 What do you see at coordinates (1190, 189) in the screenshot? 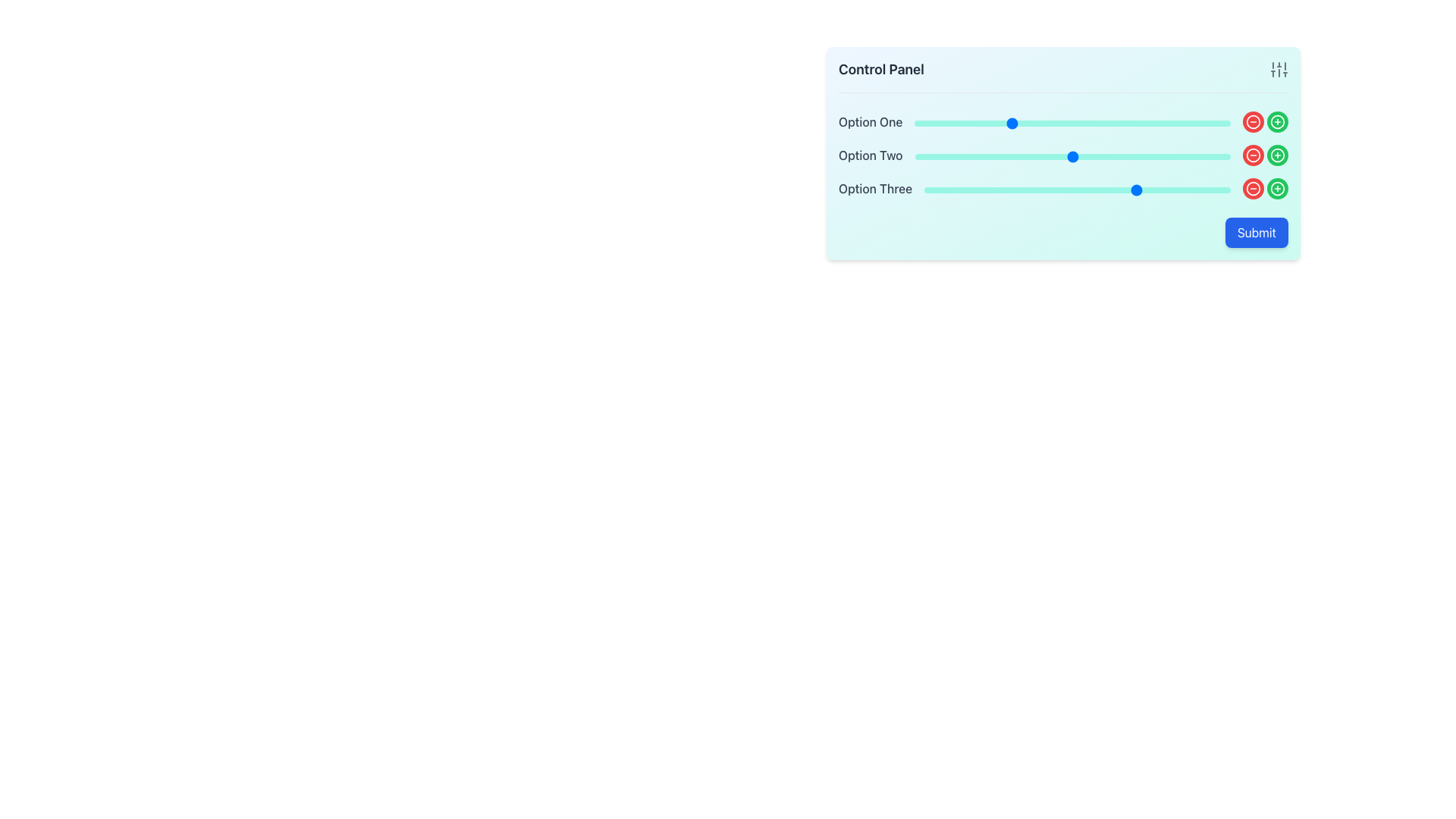
I see `the slider value` at bounding box center [1190, 189].